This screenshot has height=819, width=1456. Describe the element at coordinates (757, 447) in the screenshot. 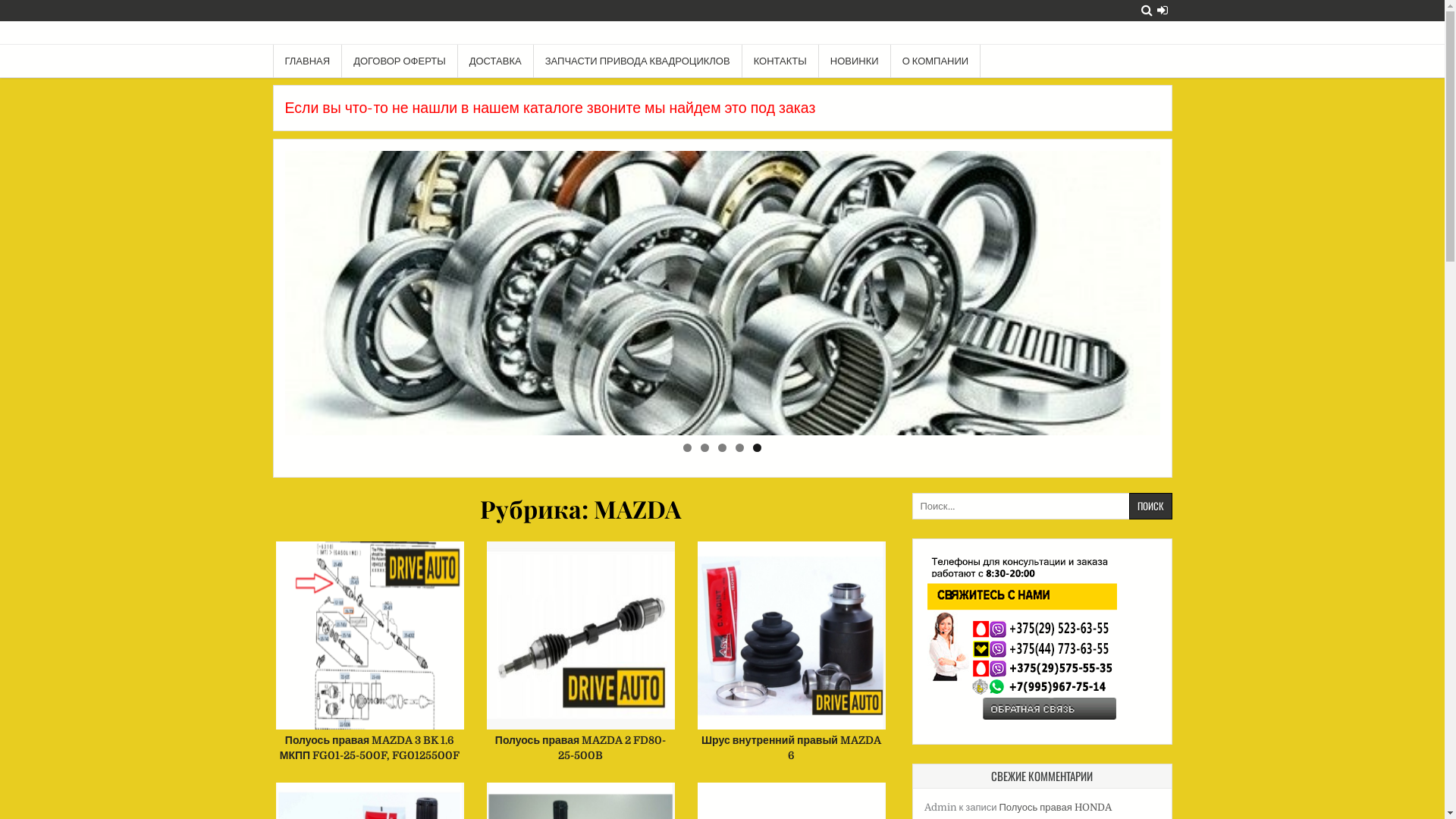

I see `'5'` at that location.